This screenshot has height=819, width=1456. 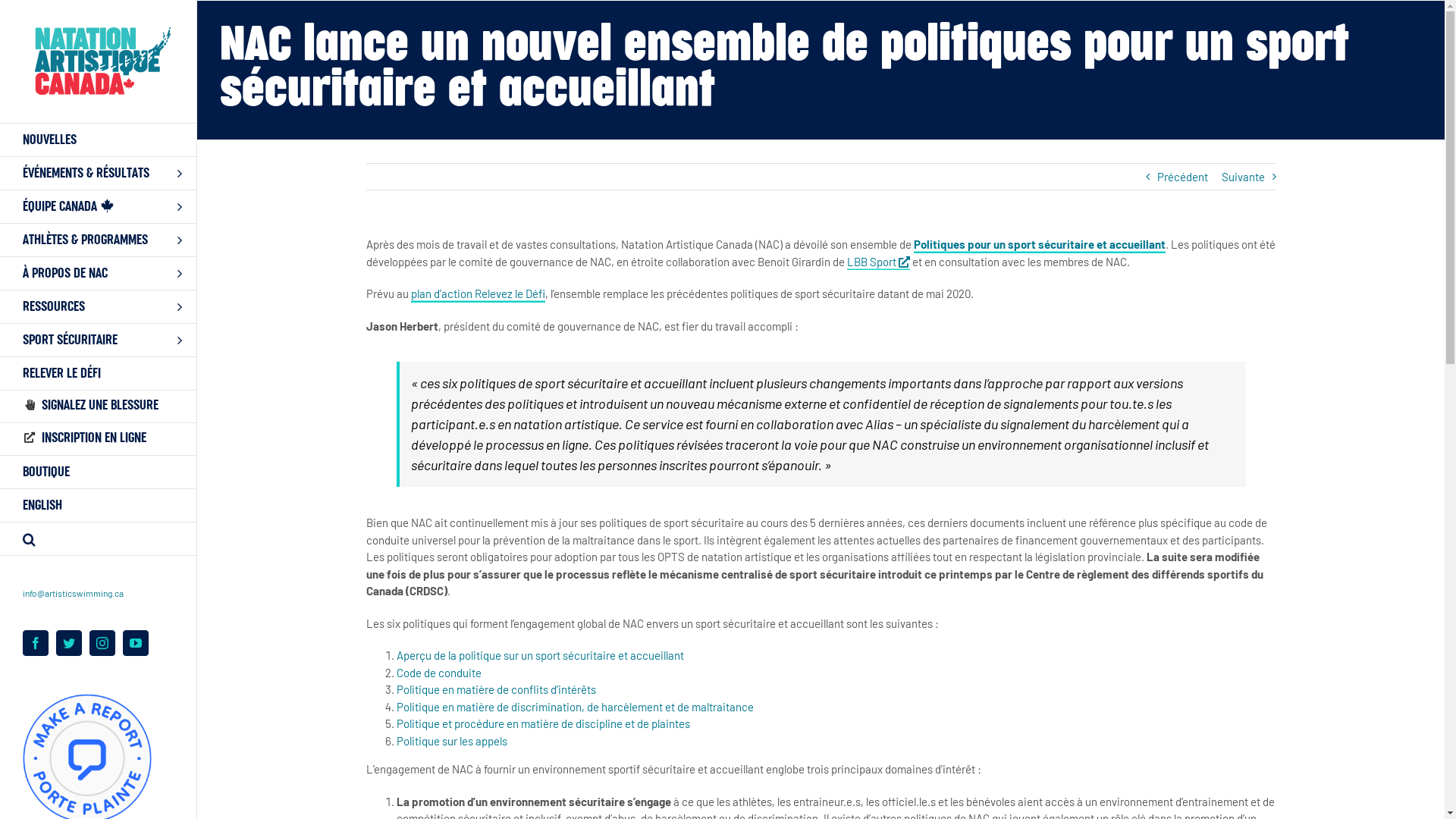 I want to click on 'Politique sur les appels', so click(x=396, y=739).